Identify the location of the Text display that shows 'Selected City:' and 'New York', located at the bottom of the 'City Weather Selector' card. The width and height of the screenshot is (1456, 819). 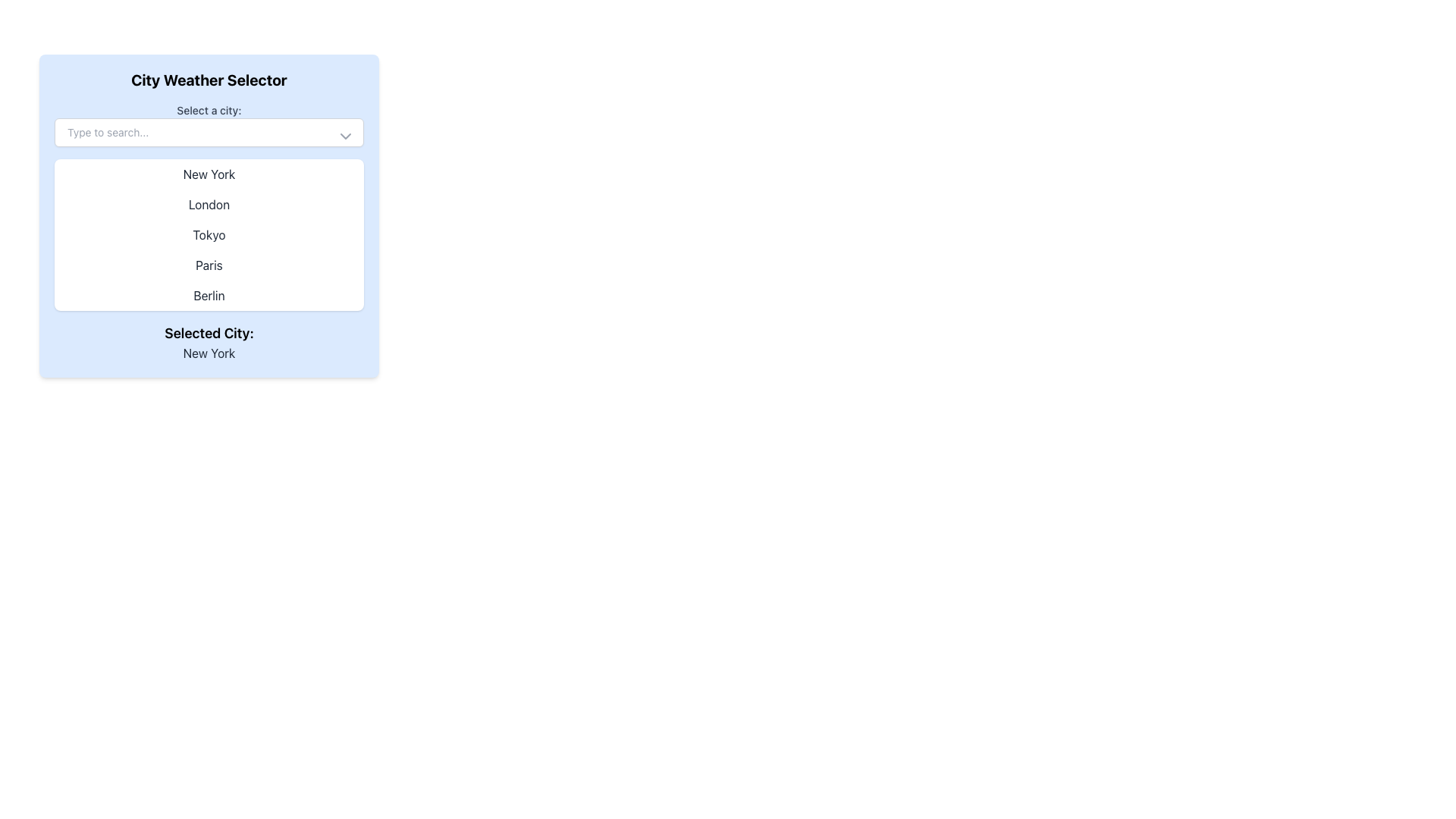
(208, 342).